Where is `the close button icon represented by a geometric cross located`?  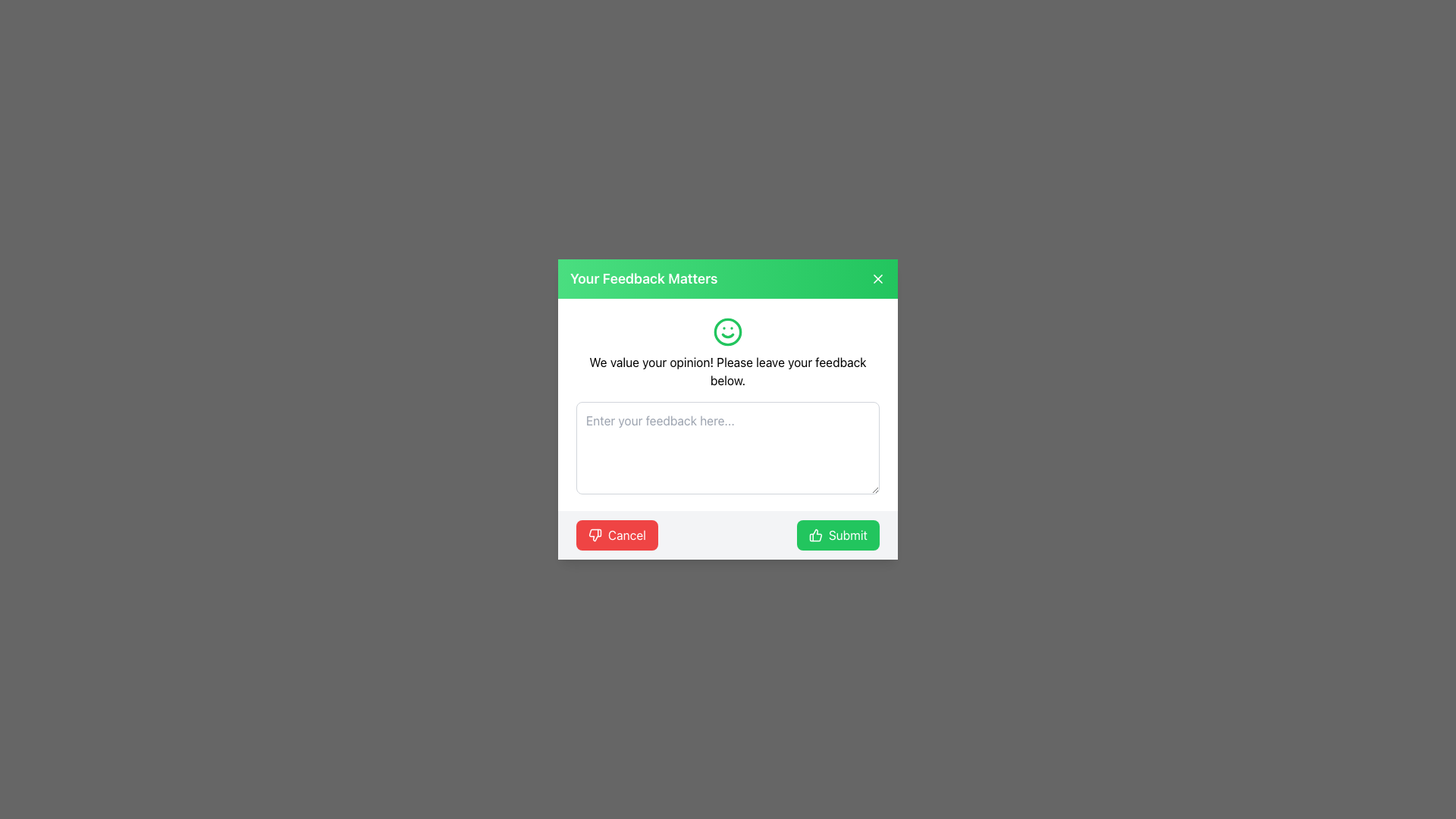
the close button icon represented by a geometric cross located is located at coordinates (877, 278).